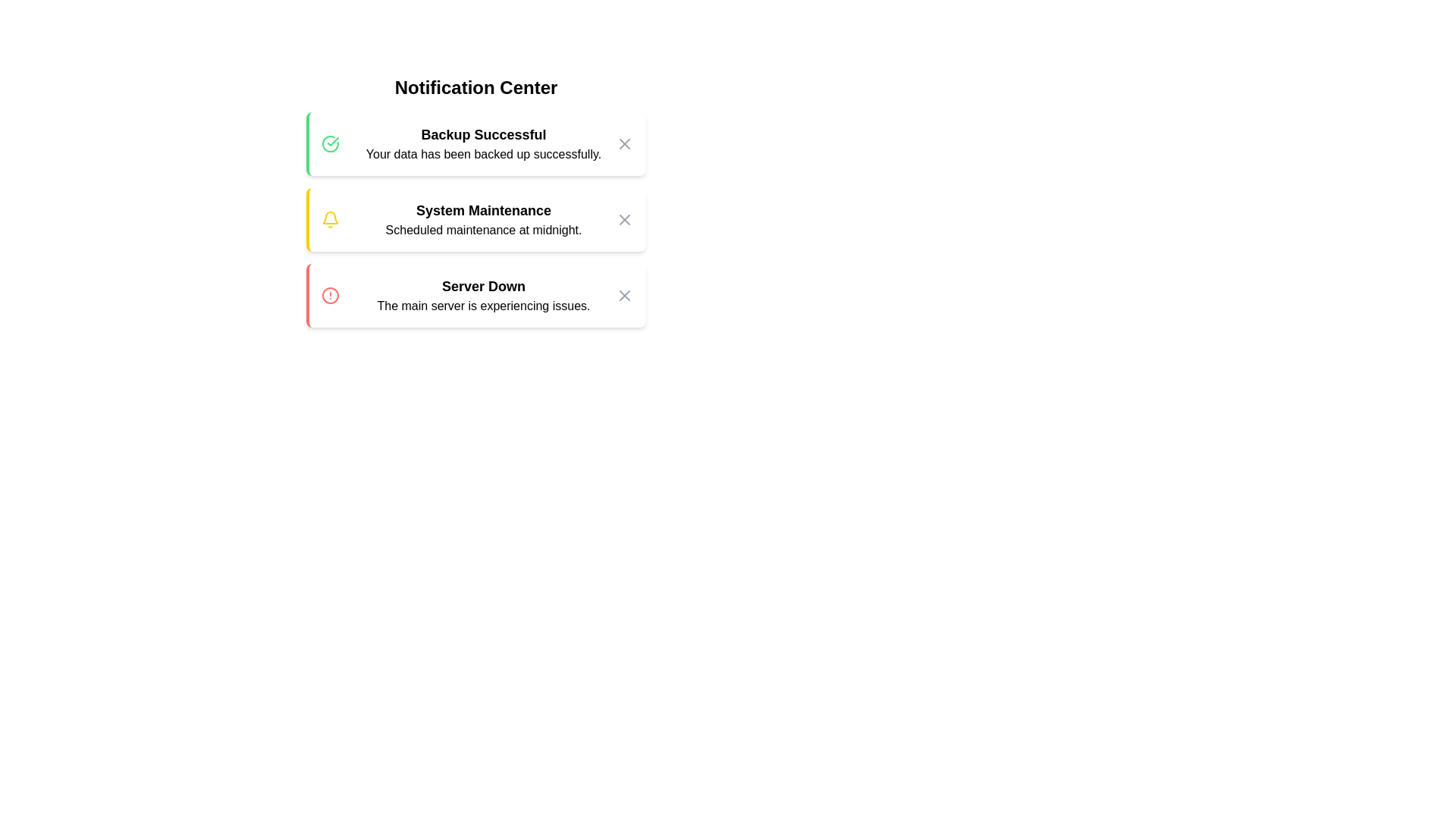 Image resolution: width=1456 pixels, height=819 pixels. I want to click on the notification titled 'System Maintenance' to observe its hover effect, so click(475, 219).